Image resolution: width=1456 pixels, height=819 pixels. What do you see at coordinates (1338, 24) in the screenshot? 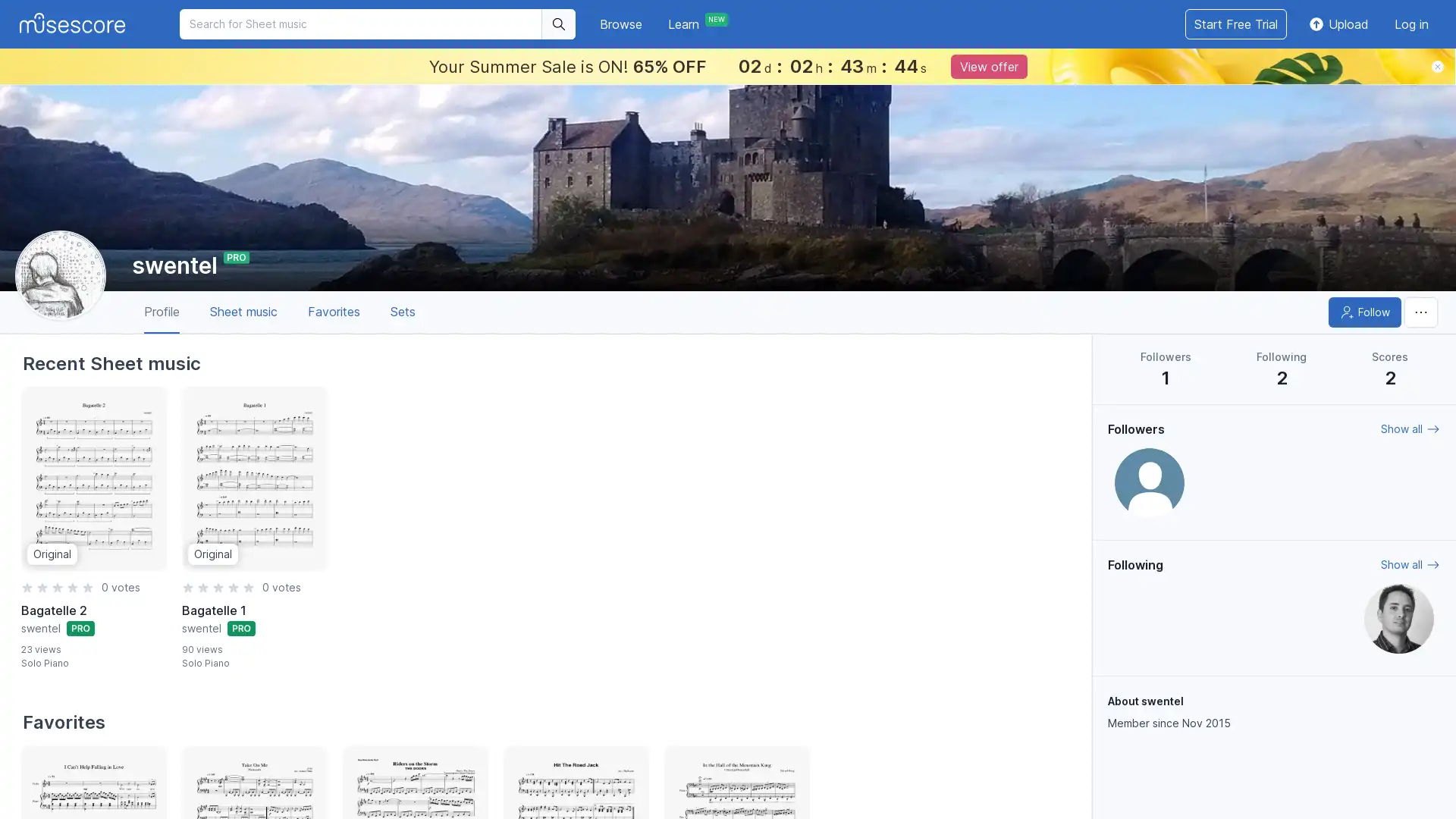
I see `Upload` at bounding box center [1338, 24].